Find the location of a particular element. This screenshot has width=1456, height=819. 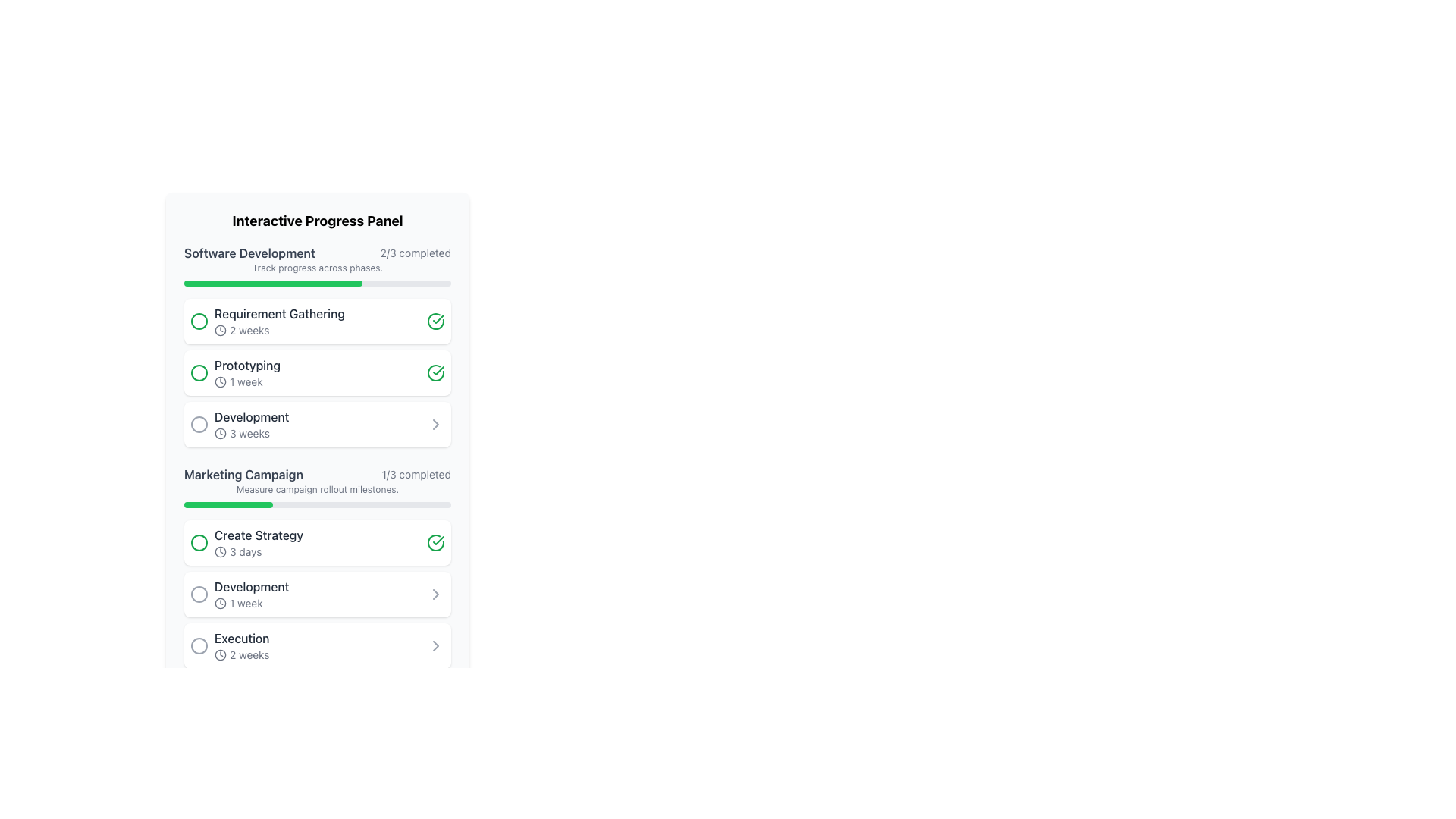

the Section Component with Progress Overview and Subsections is located at coordinates (316, 567).